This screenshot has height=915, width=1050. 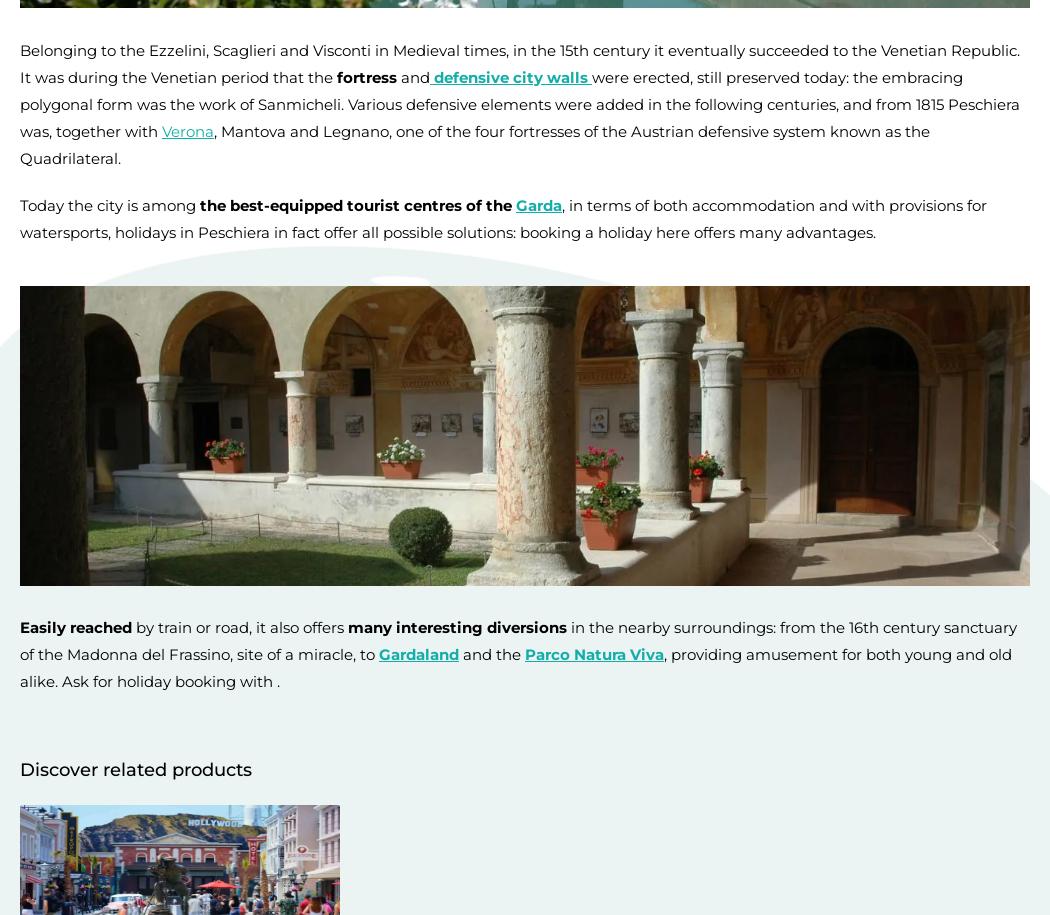 I want to click on 'Terms and Conditions', so click(x=85, y=833).